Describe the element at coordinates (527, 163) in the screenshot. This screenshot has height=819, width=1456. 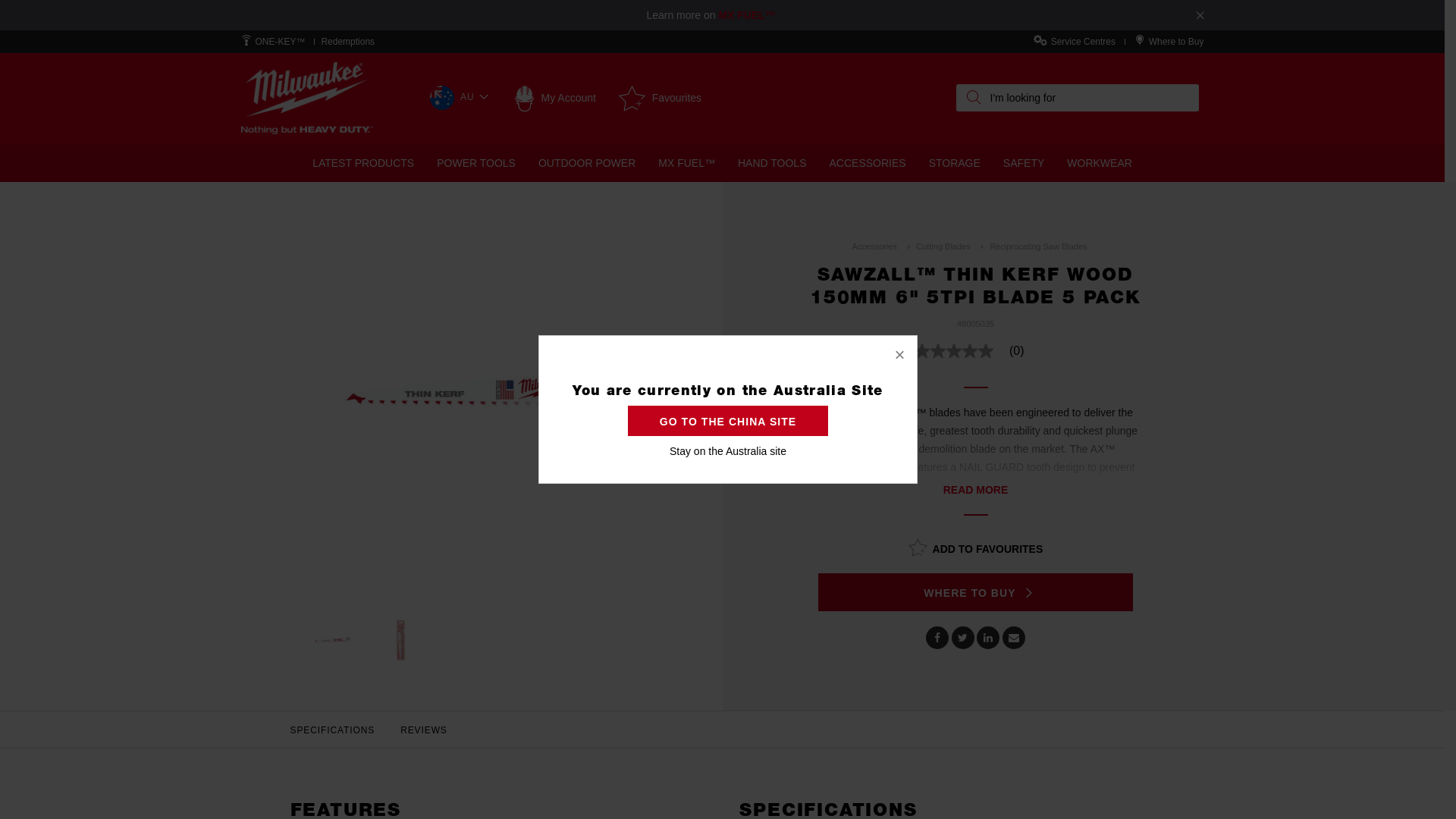
I see `'OUTDOOR POWER'` at that location.